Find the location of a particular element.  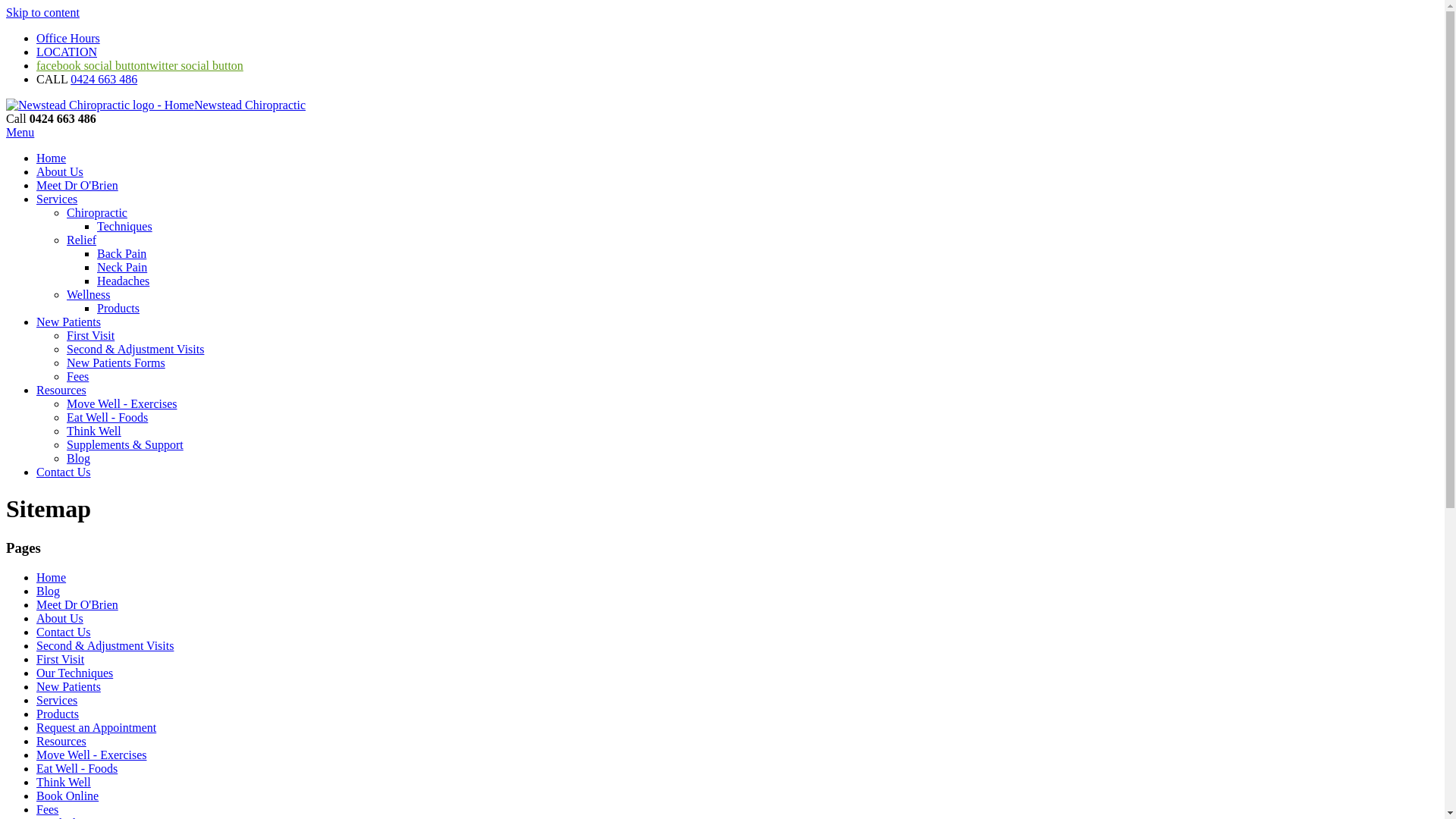

'Headaches' is located at coordinates (96, 281).